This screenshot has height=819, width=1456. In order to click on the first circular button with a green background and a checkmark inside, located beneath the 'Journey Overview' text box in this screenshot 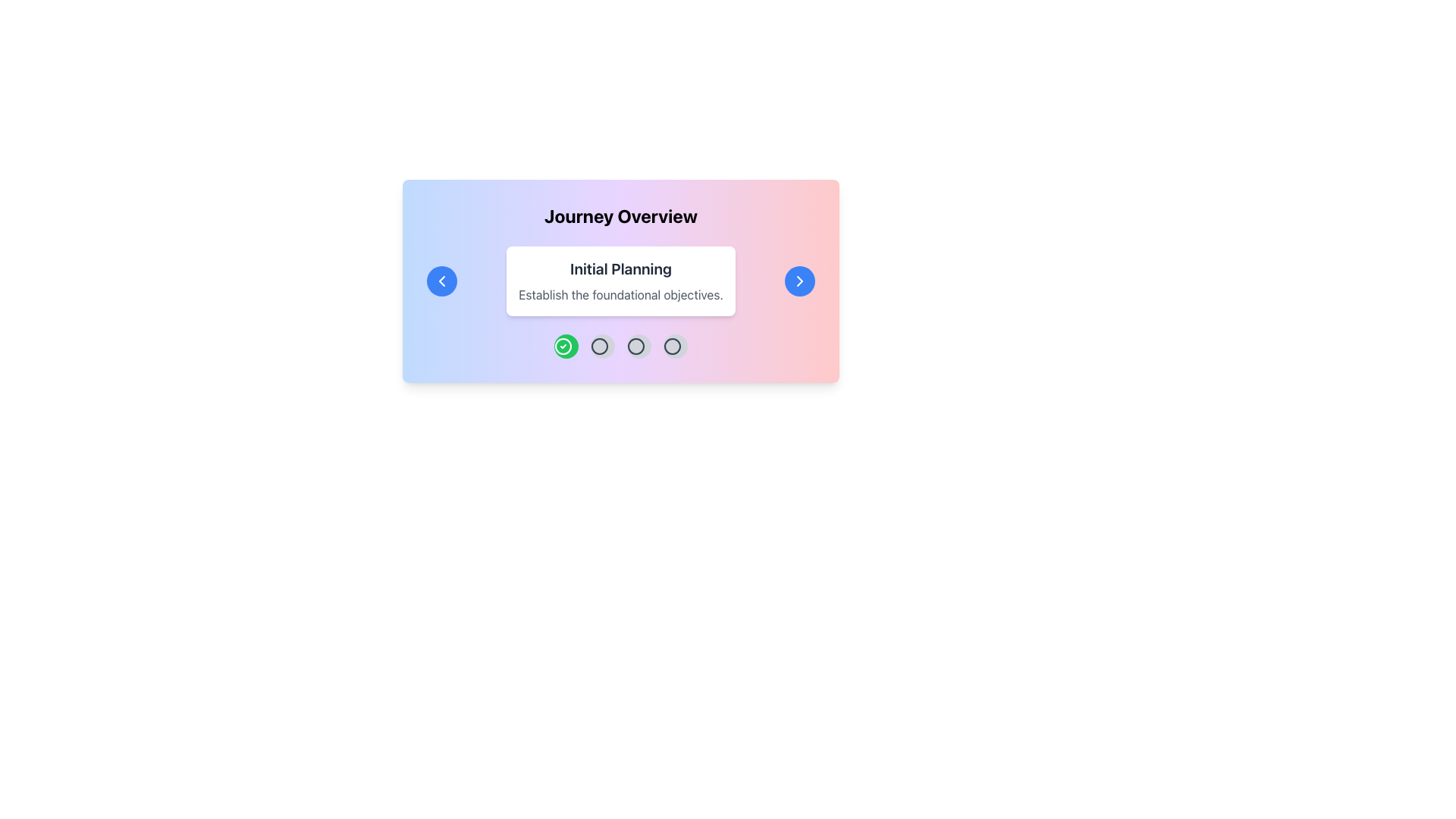, I will do `click(563, 346)`.